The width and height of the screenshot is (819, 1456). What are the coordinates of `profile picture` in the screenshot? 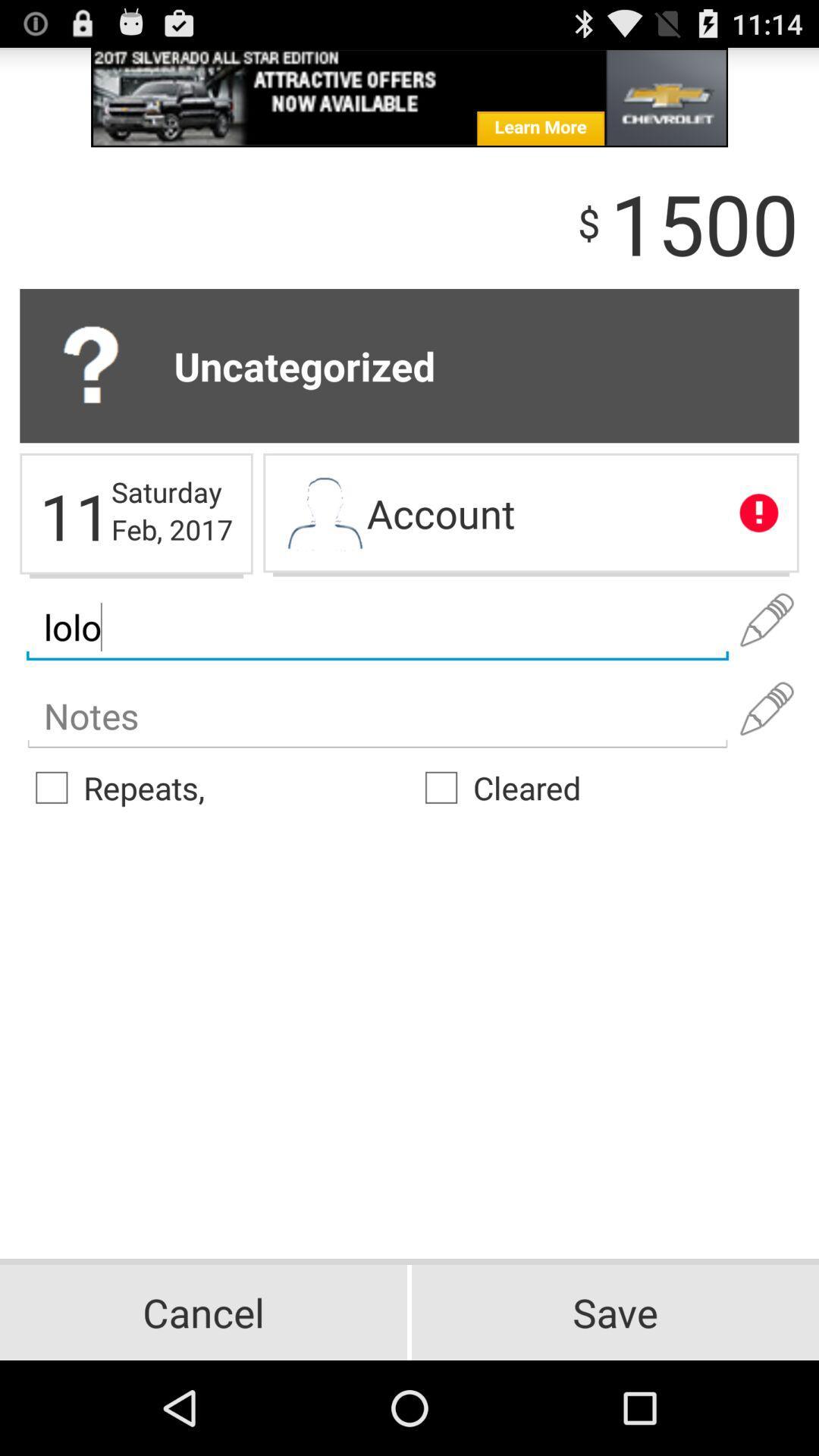 It's located at (324, 515).